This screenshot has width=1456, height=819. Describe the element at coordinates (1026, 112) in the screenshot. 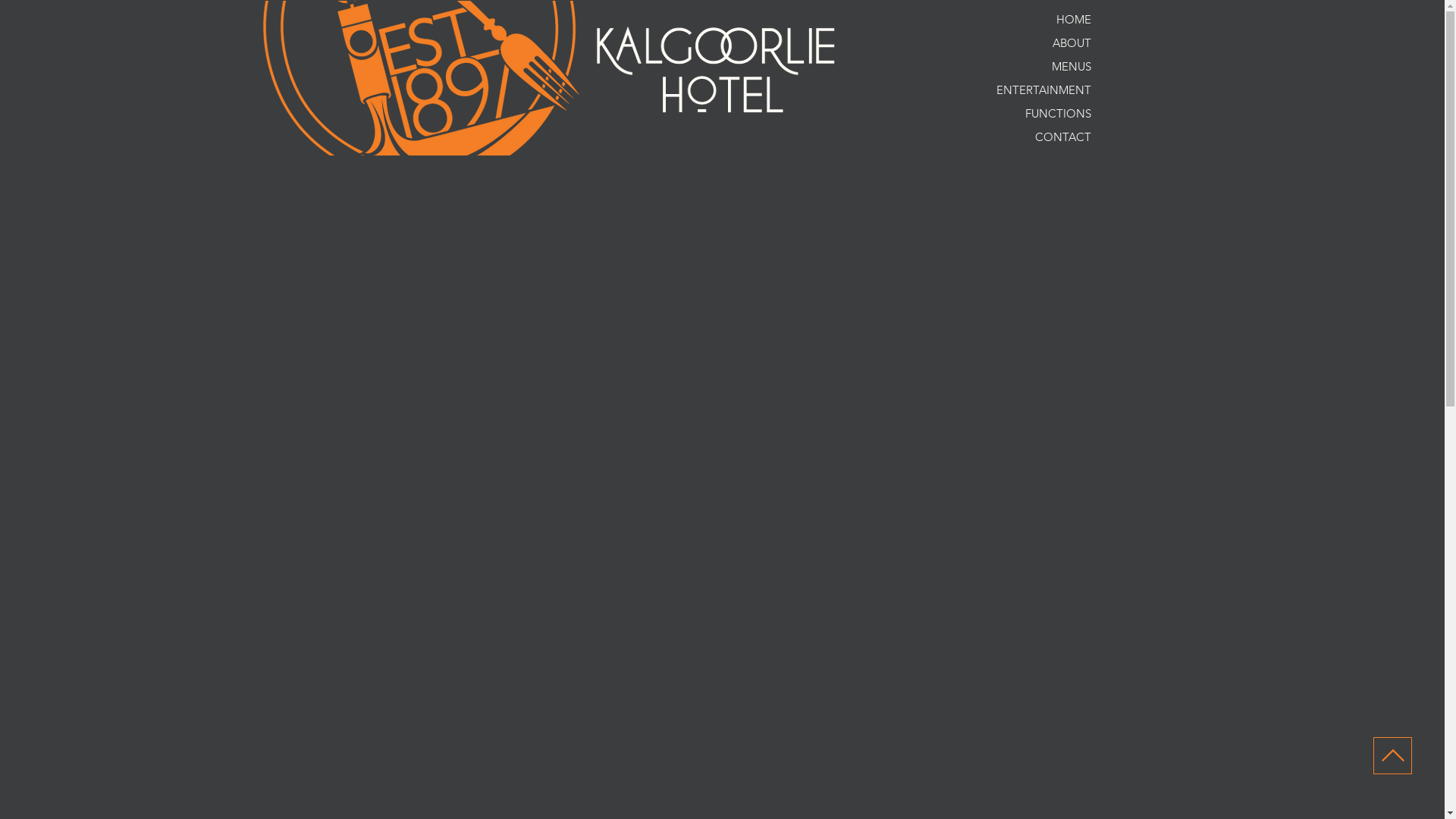

I see `'FUNCTIONS'` at that location.